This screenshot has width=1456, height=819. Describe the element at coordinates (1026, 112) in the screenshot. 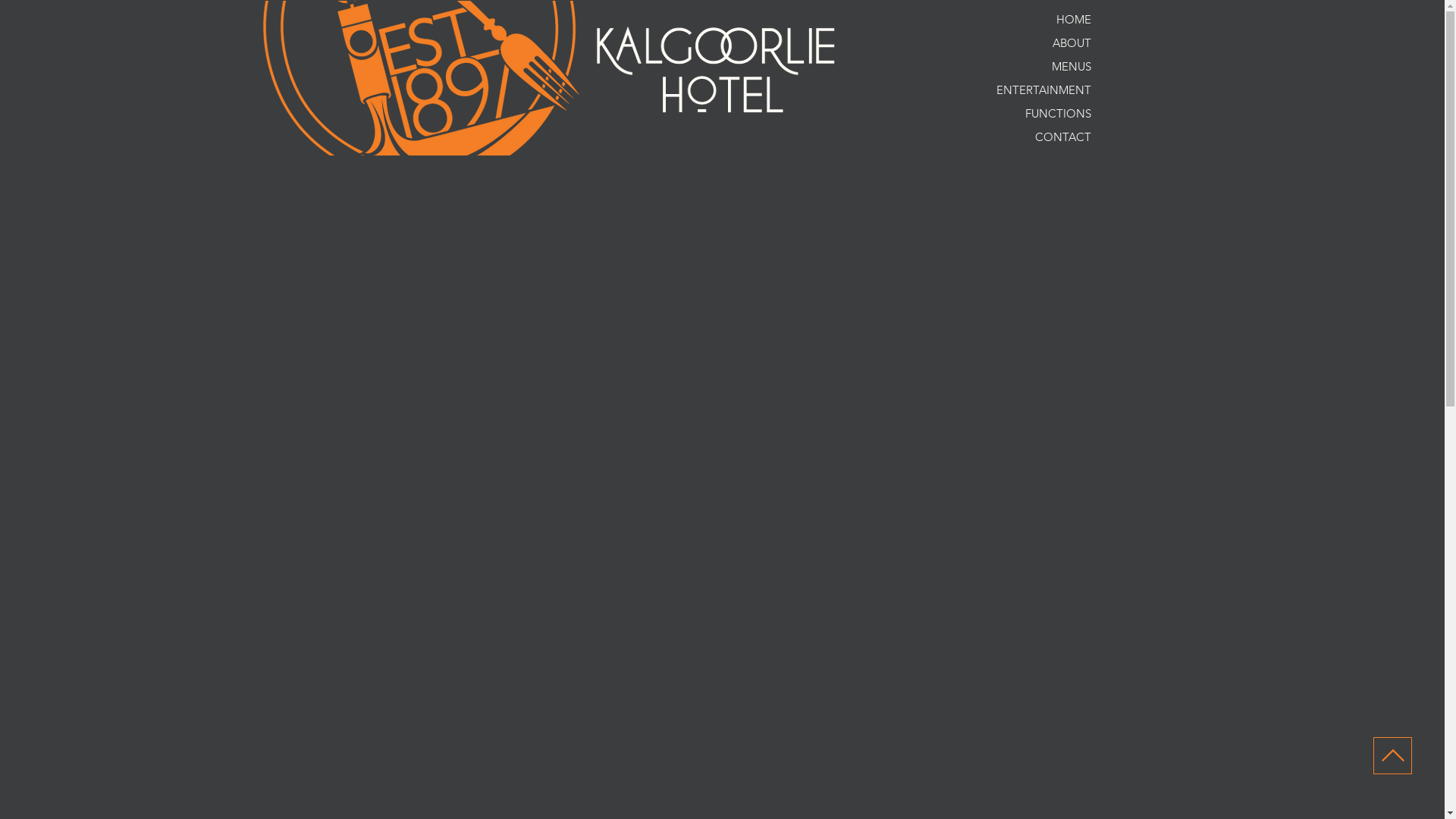

I see `'FUNCTIONS'` at that location.